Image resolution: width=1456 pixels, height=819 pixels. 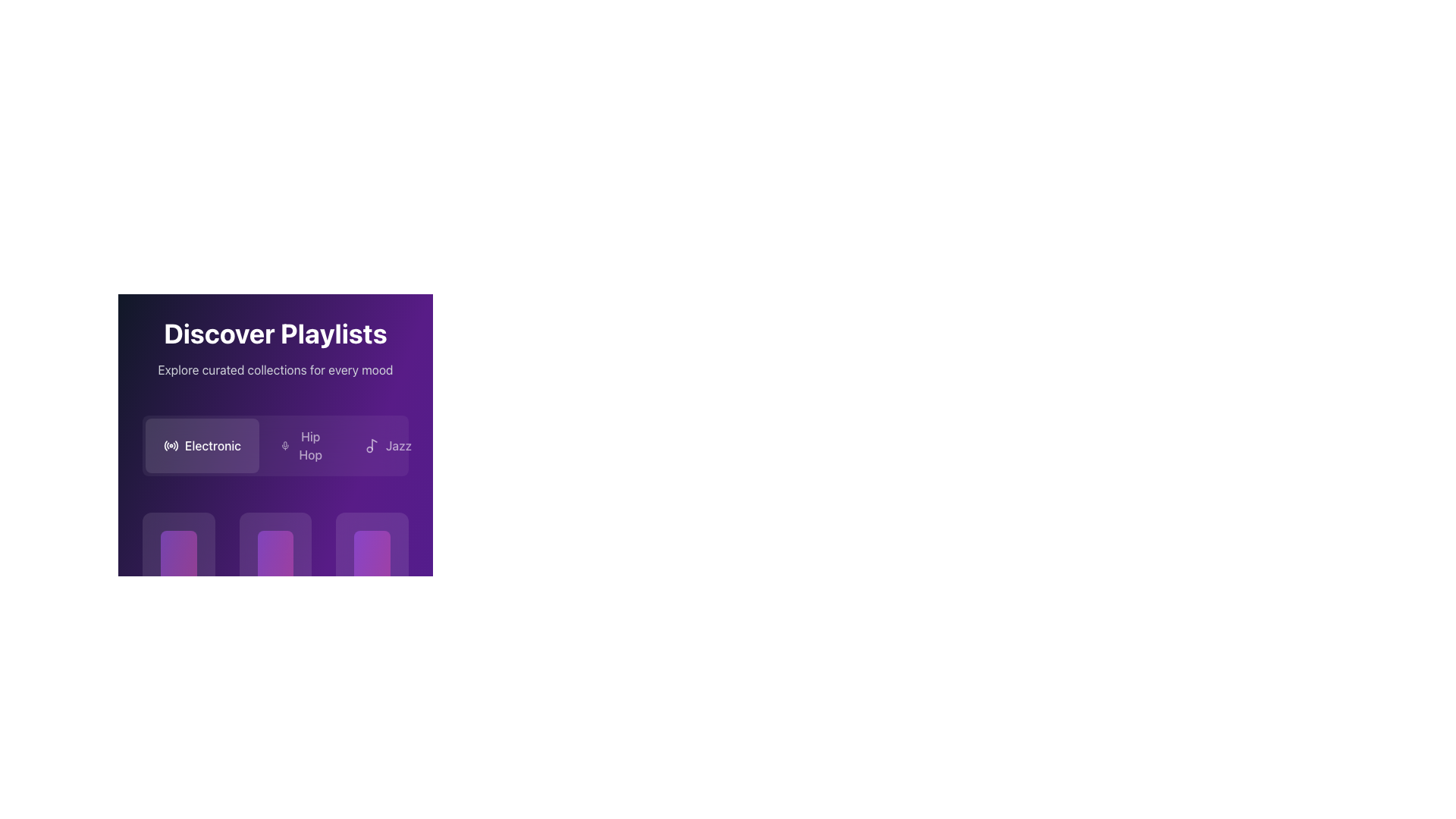 I want to click on the button containing the text 'Electronic', so click(x=212, y=444).